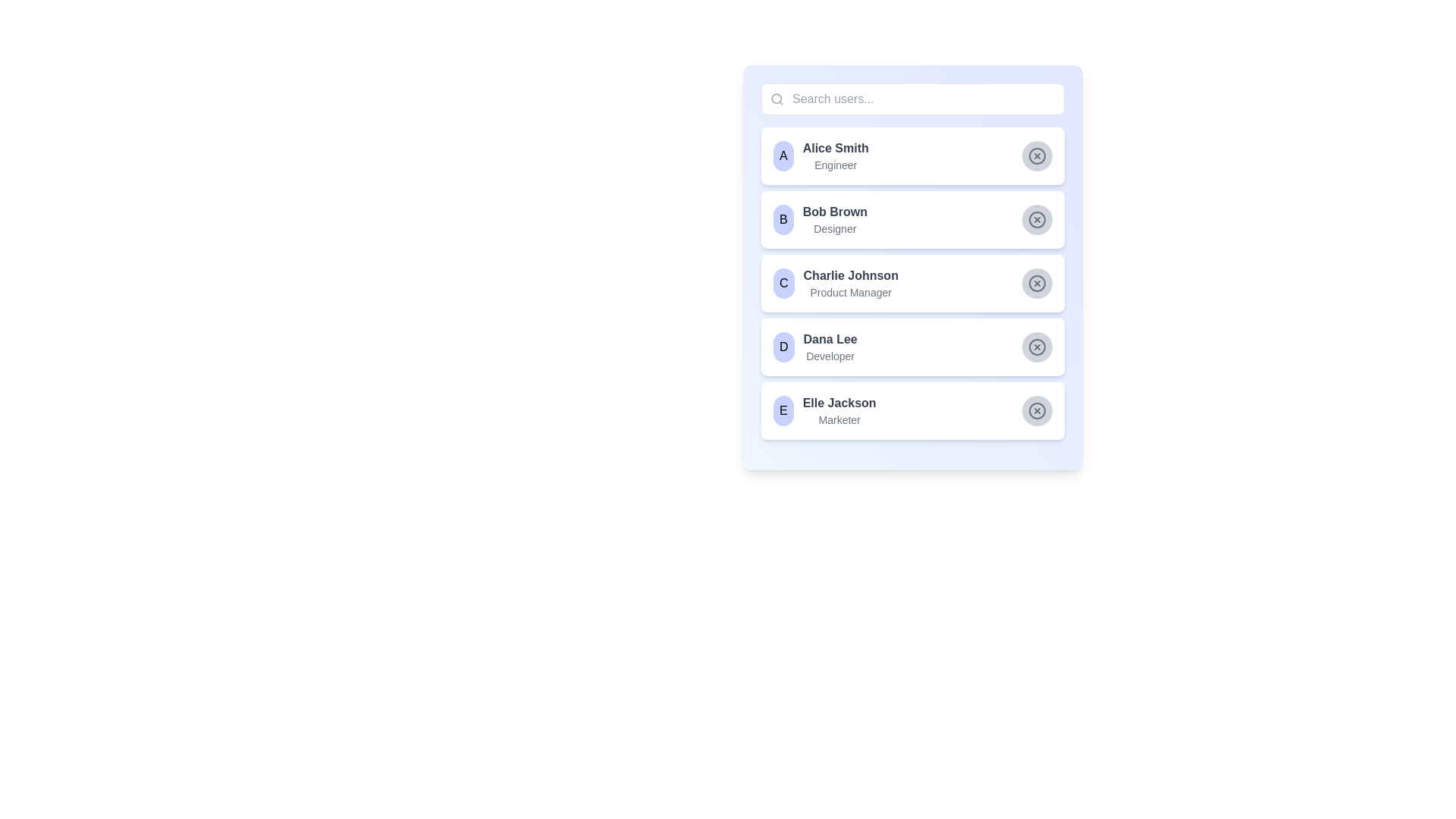  Describe the element at coordinates (814, 347) in the screenshot. I see `the user profile entry in the third row of the user list panel, which displays the user's avatar, name, and role, located between 'Charlie Johnson, Product Manager' and 'Elle Jackson, Marketer'` at that location.